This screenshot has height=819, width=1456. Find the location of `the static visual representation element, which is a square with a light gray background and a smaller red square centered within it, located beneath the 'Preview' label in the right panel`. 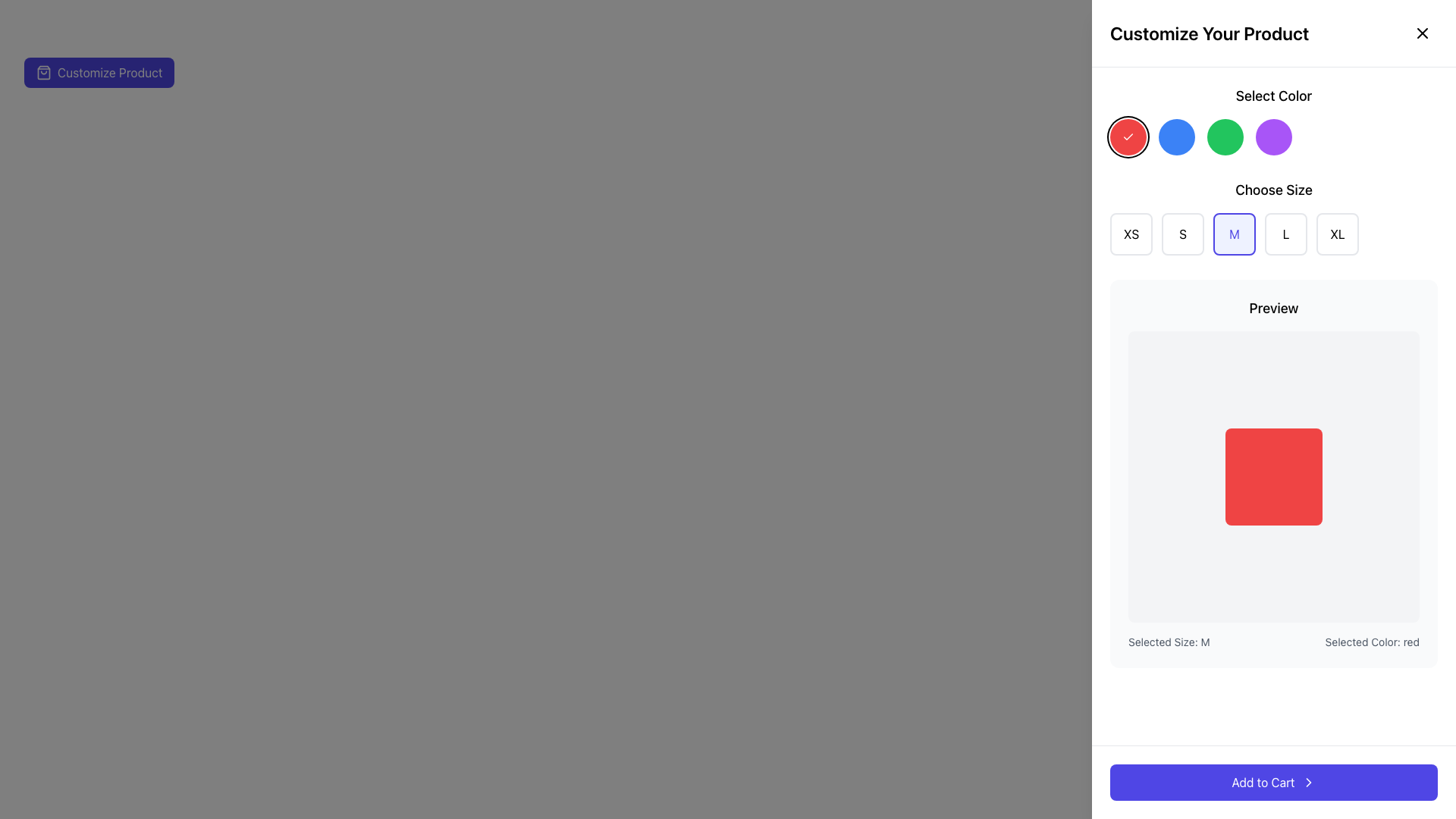

the static visual representation element, which is a square with a light gray background and a smaller red square centered within it, located beneath the 'Preview' label in the right panel is located at coordinates (1274, 475).